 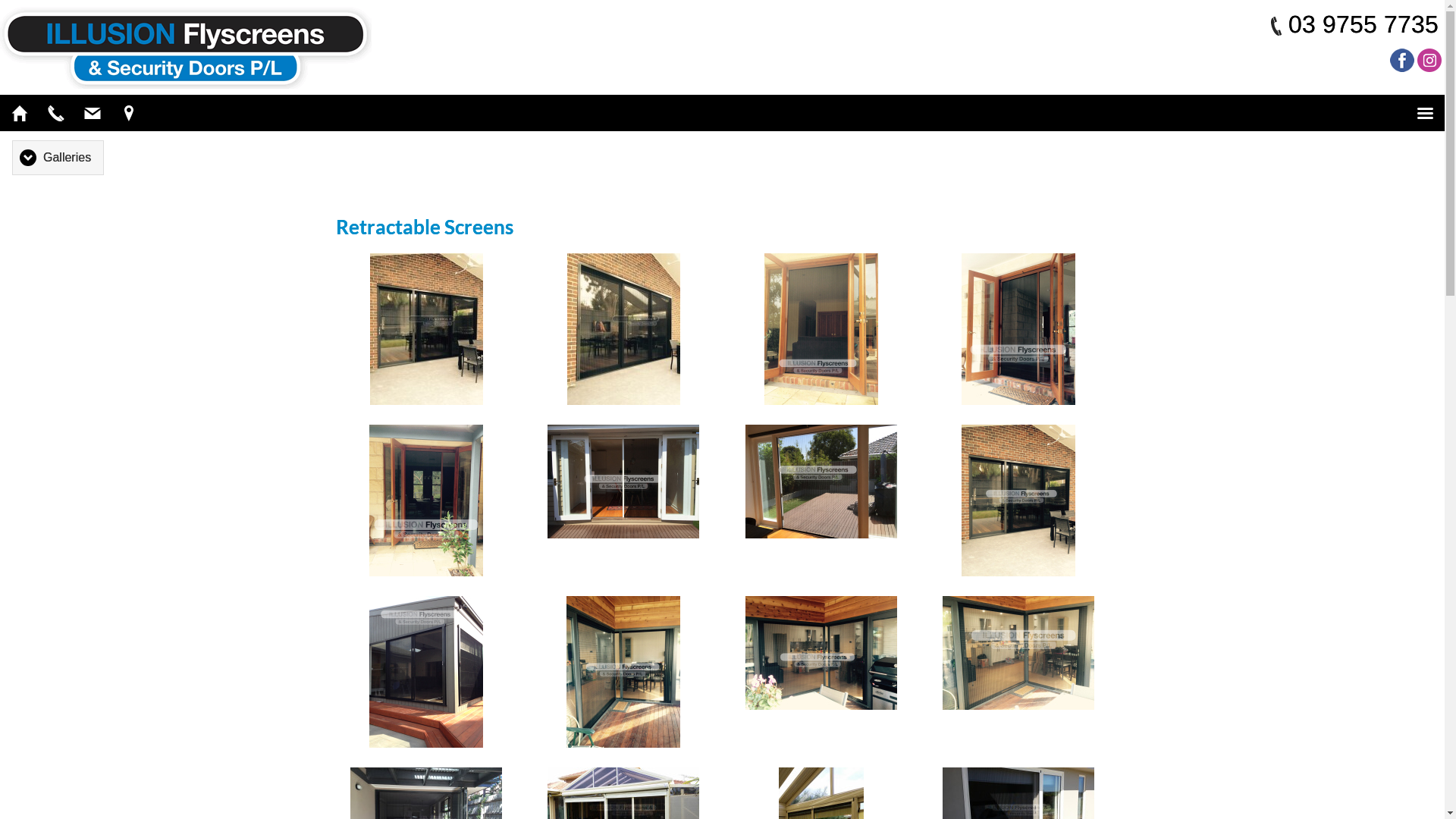 What do you see at coordinates (91, 112) in the screenshot?
I see `'EMAIL'` at bounding box center [91, 112].